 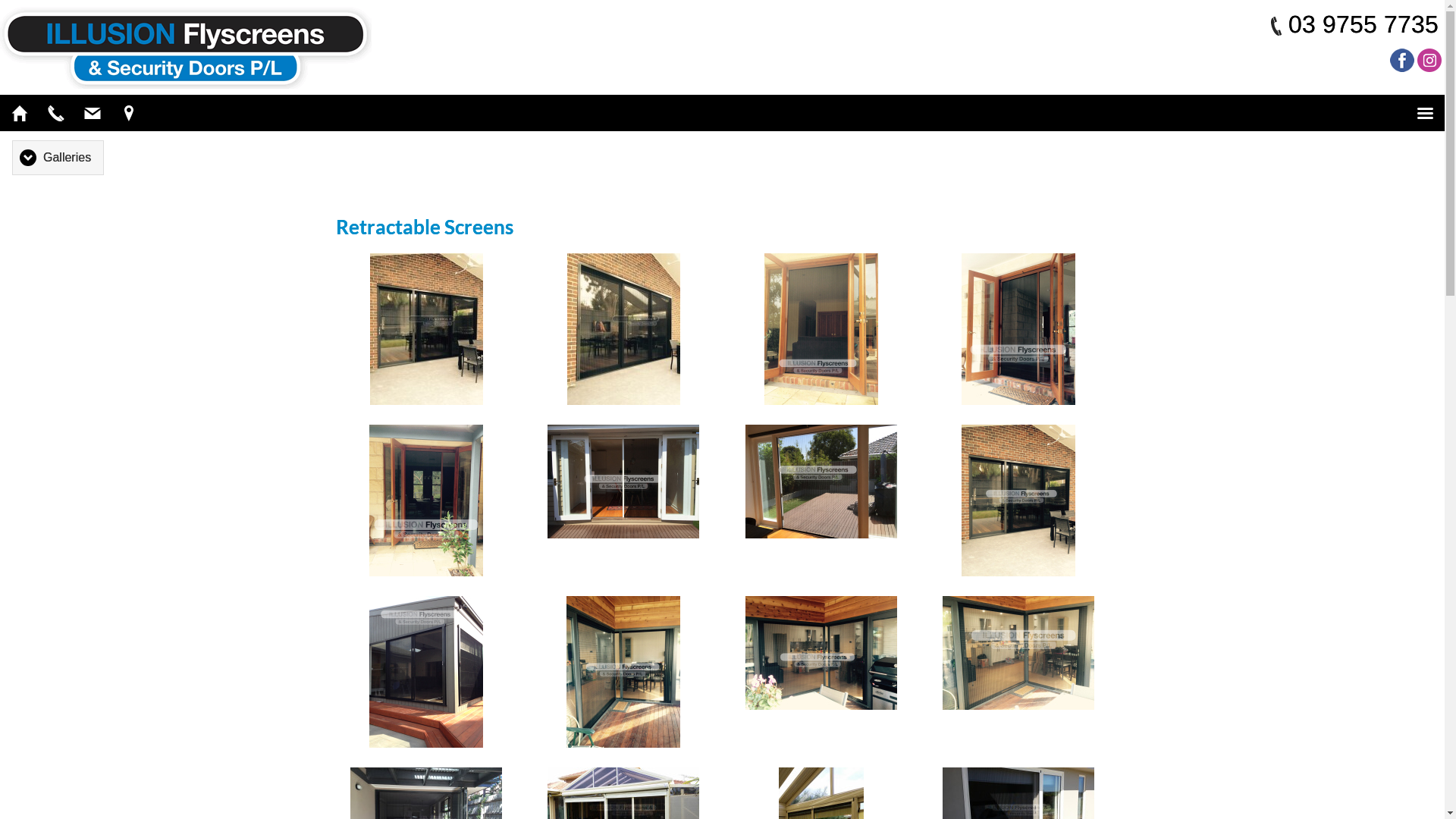 What do you see at coordinates (91, 112) in the screenshot?
I see `'EMAIL'` at bounding box center [91, 112].